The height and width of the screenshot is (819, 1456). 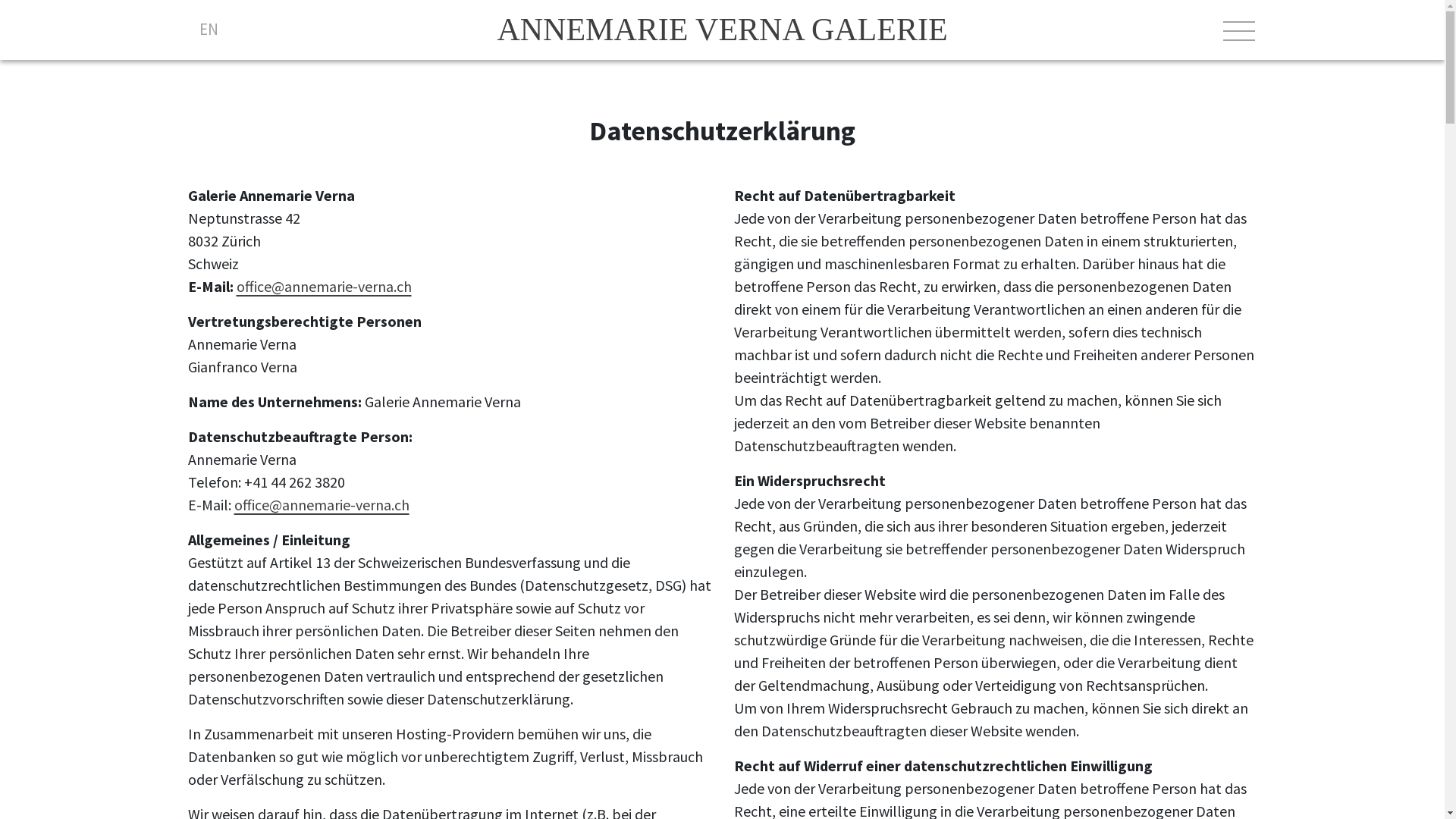 I want to click on 'EN', so click(x=207, y=29).